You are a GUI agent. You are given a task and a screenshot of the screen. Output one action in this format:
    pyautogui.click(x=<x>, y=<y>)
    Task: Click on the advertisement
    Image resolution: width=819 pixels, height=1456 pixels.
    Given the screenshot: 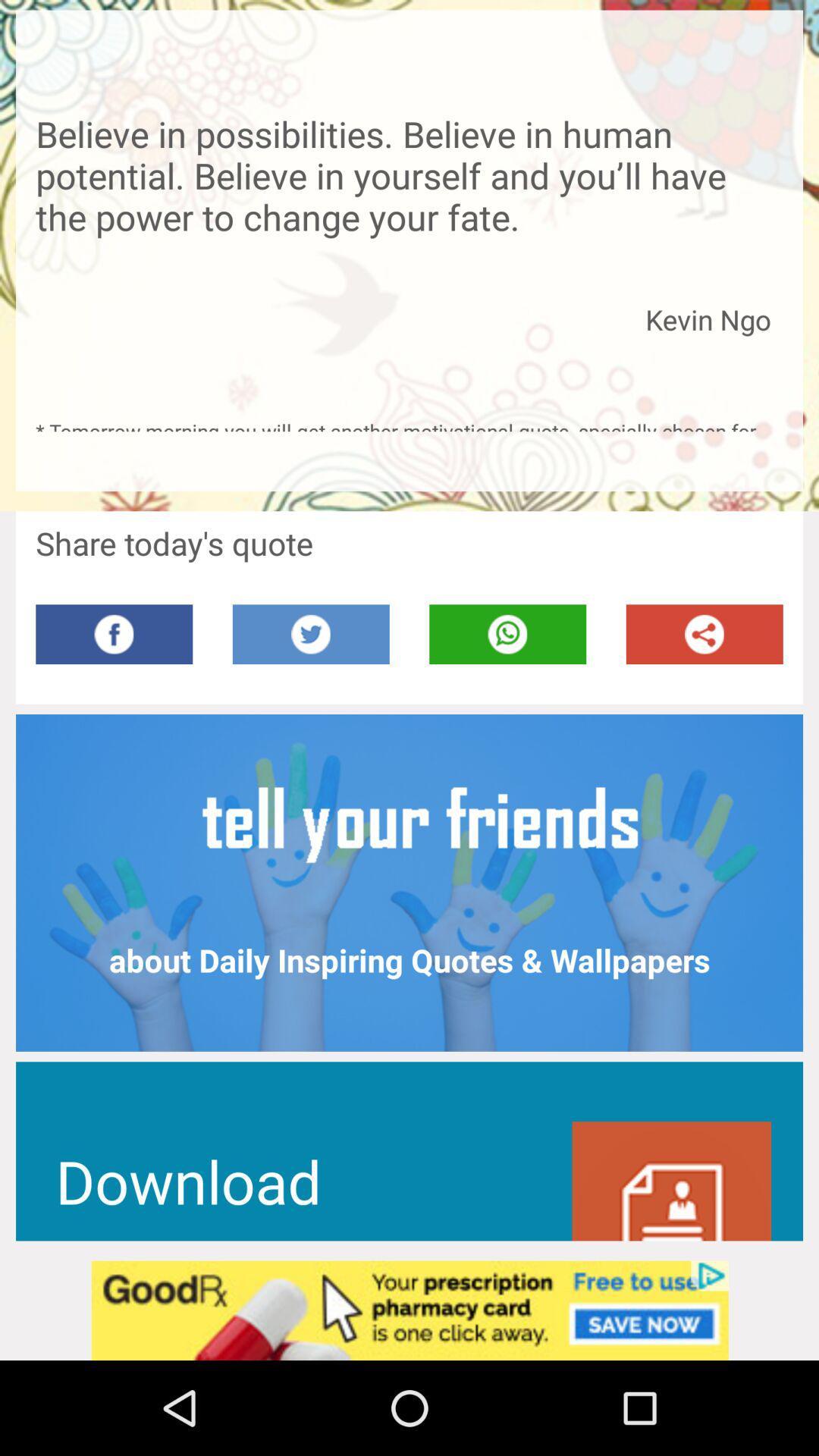 What is the action you would take?
    pyautogui.click(x=409, y=1310)
    